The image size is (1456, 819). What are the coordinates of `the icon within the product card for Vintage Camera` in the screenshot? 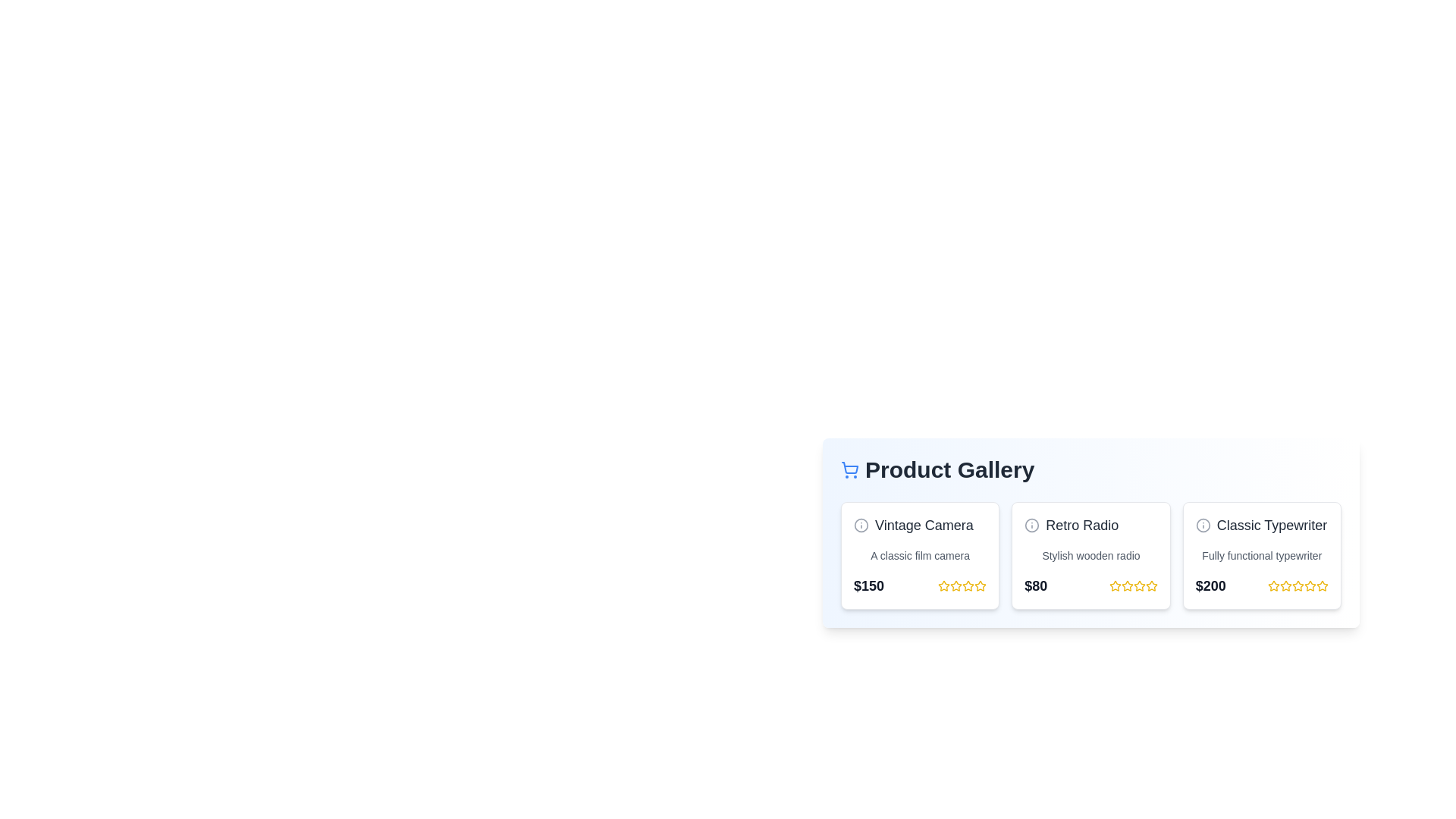 It's located at (861, 525).